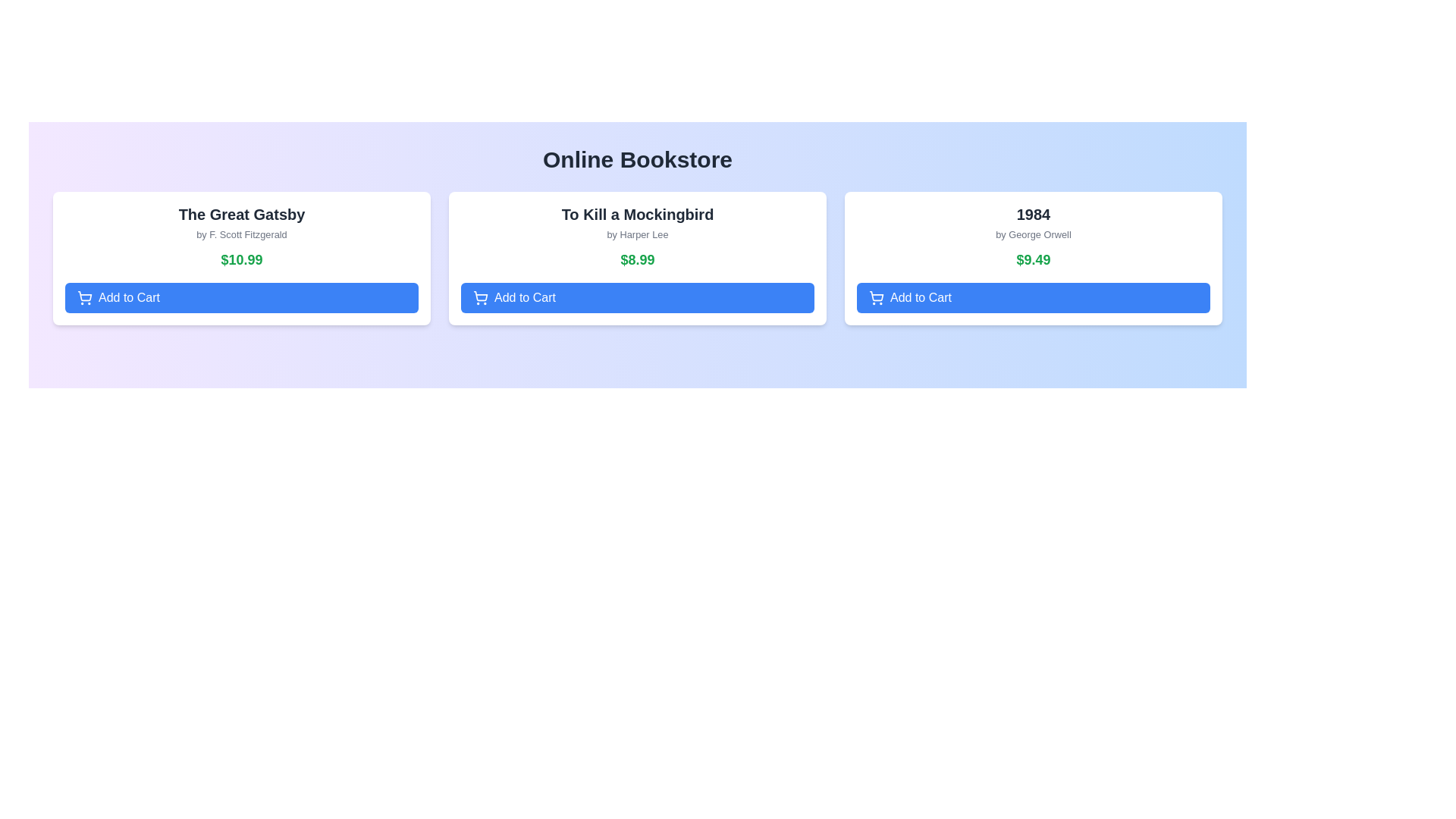 Image resolution: width=1456 pixels, height=819 pixels. I want to click on the shopping cart icon located beside the 'Add to Cart' button under the product '1984' by George Orwell, so click(877, 298).